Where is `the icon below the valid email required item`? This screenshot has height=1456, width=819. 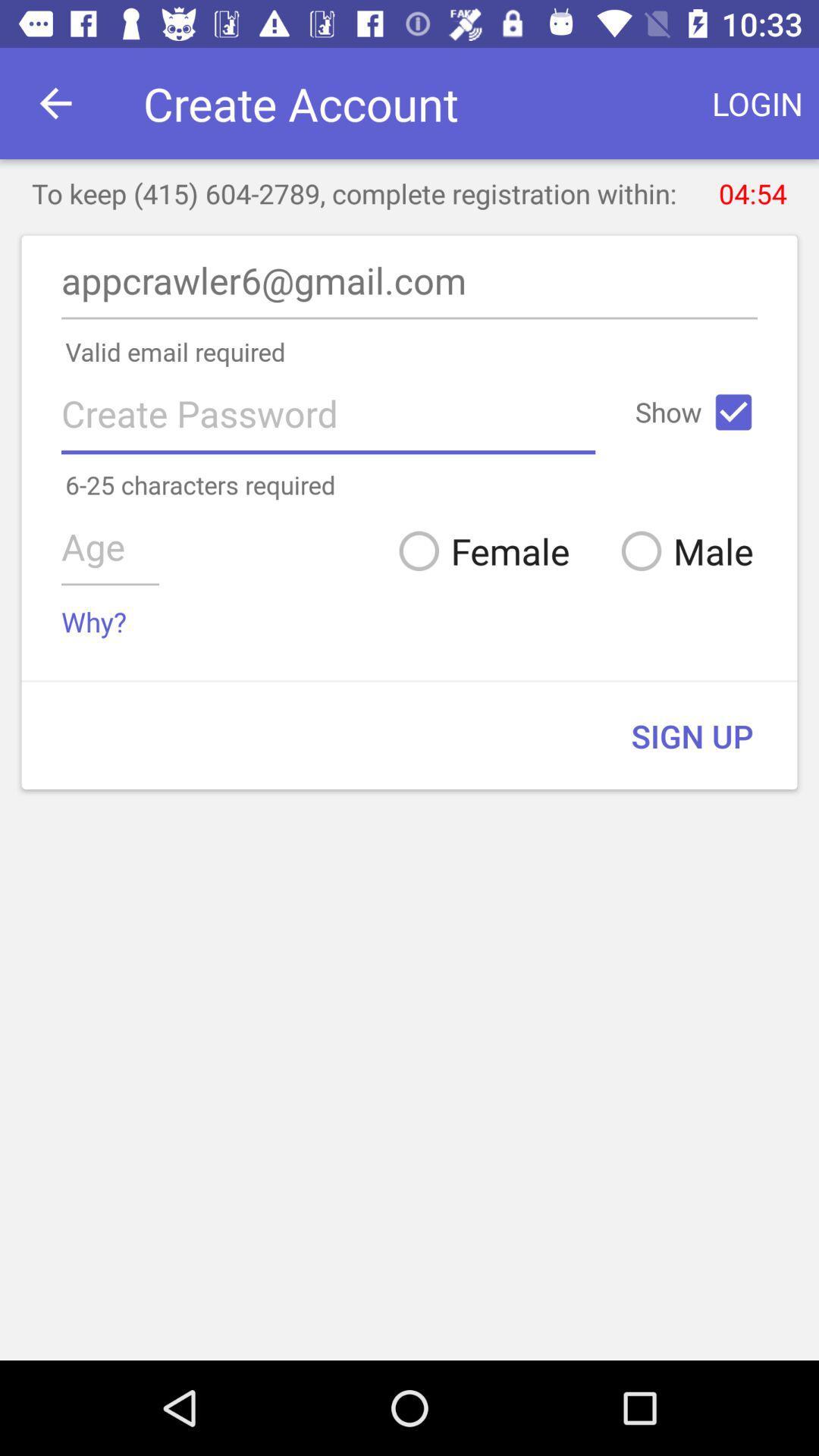 the icon below the valid email required item is located at coordinates (733, 412).